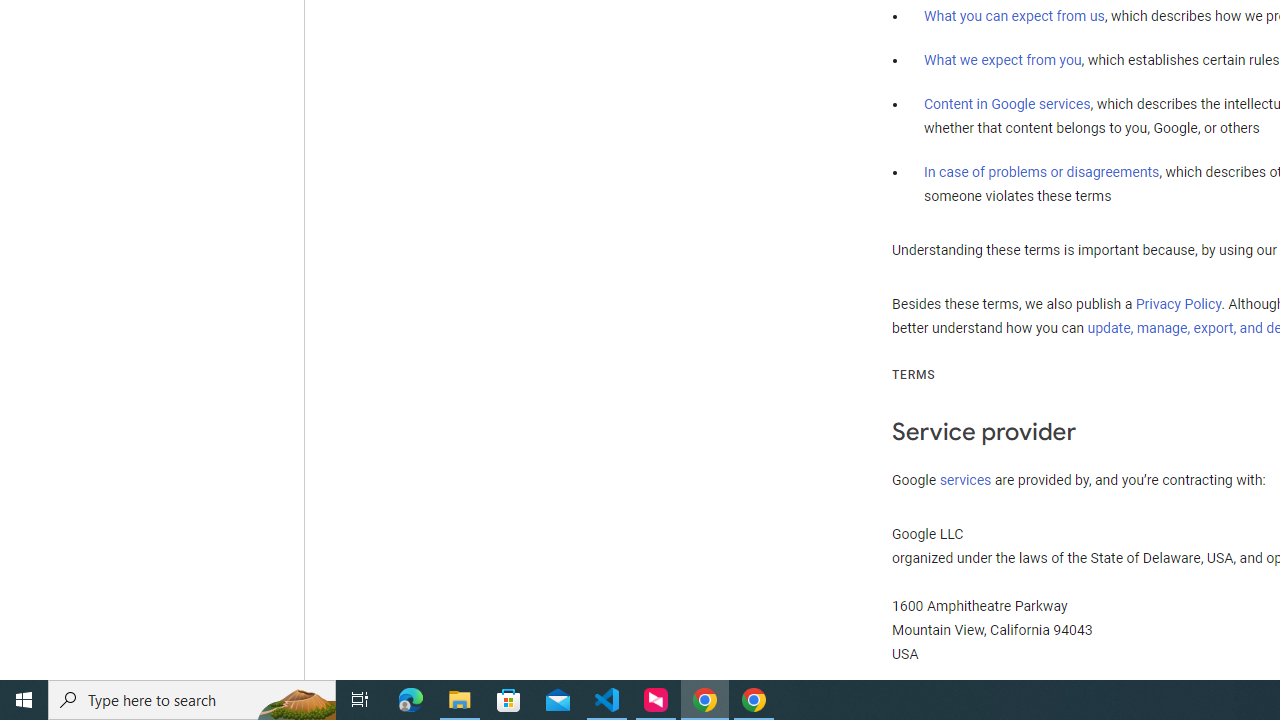 Image resolution: width=1280 pixels, height=720 pixels. What do you see at coordinates (1014, 16) in the screenshot?
I see `'What you can expect from us'` at bounding box center [1014, 16].